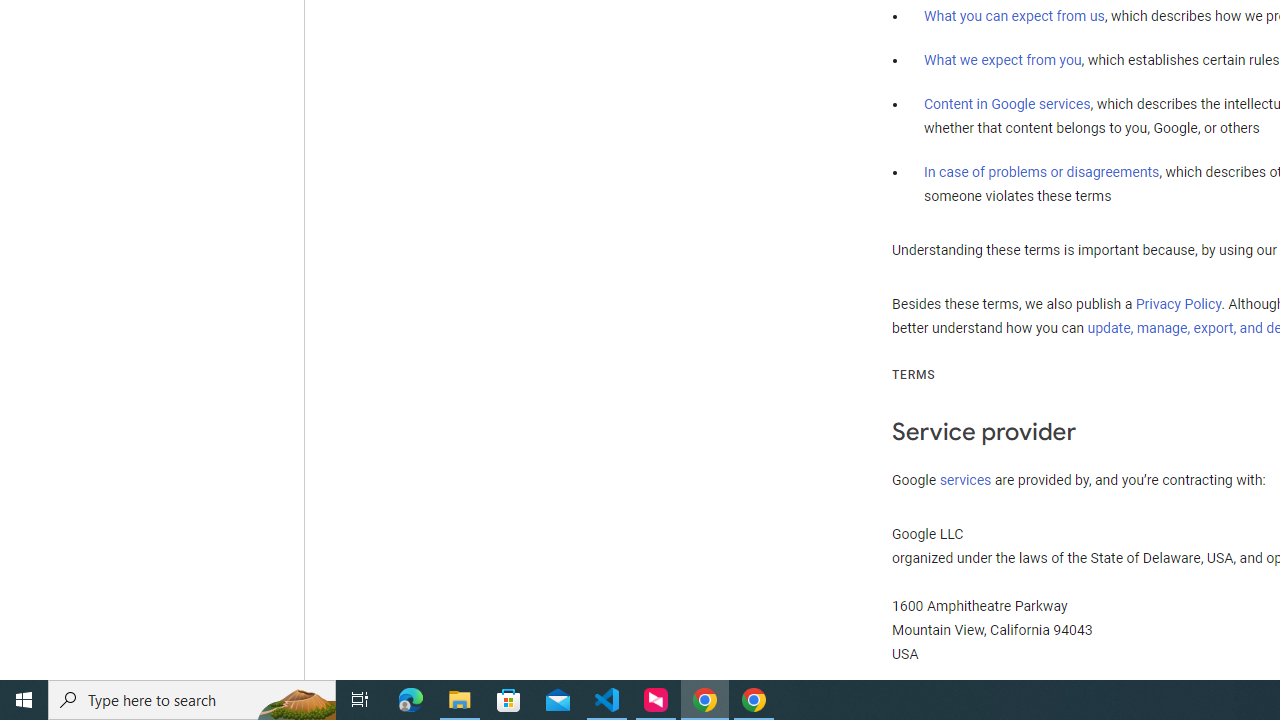 Image resolution: width=1280 pixels, height=720 pixels. What do you see at coordinates (1014, 16) in the screenshot?
I see `'What you can expect from us'` at bounding box center [1014, 16].